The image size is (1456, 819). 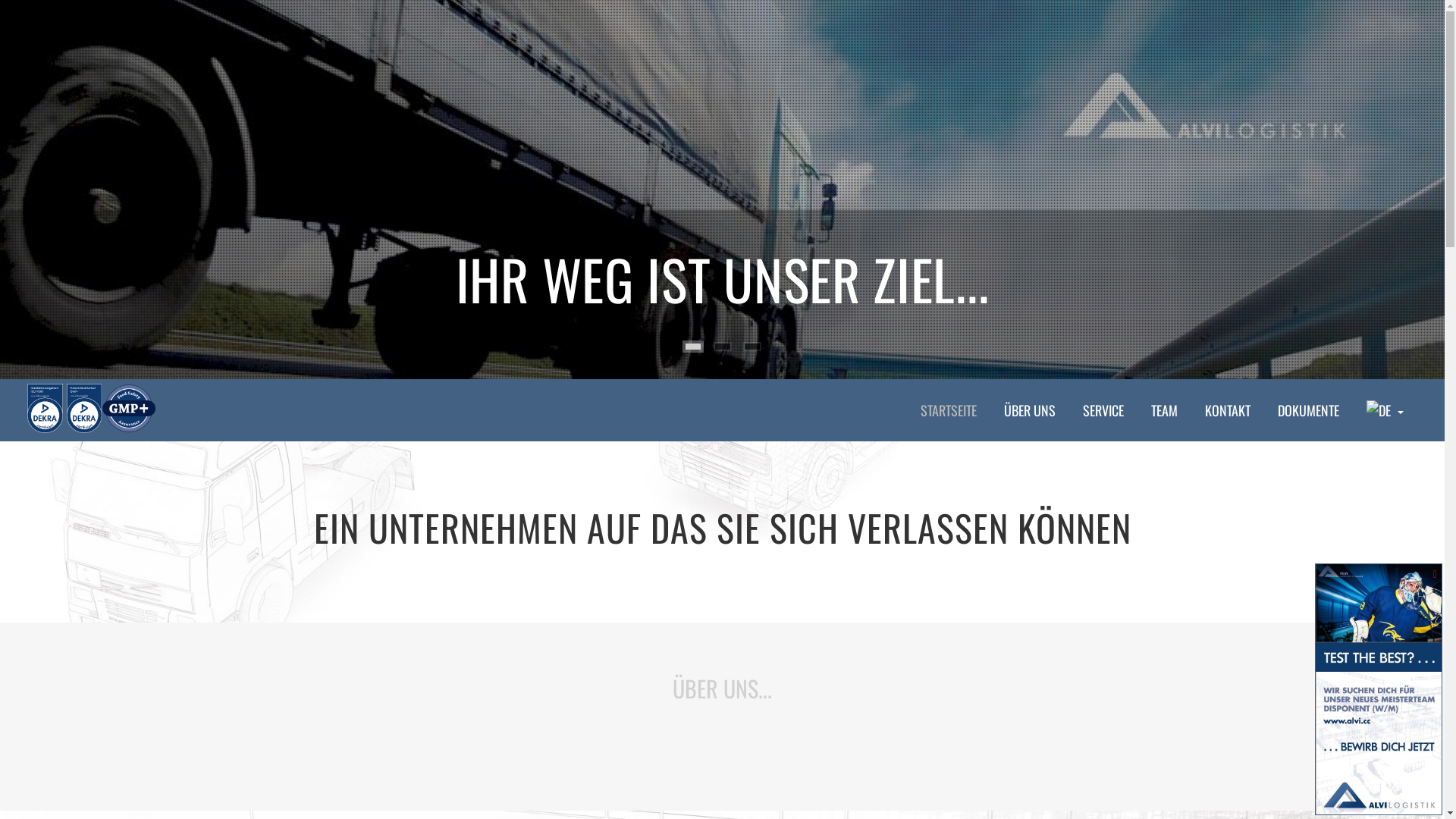 What do you see at coordinates (1163, 409) in the screenshot?
I see `'TEAM'` at bounding box center [1163, 409].